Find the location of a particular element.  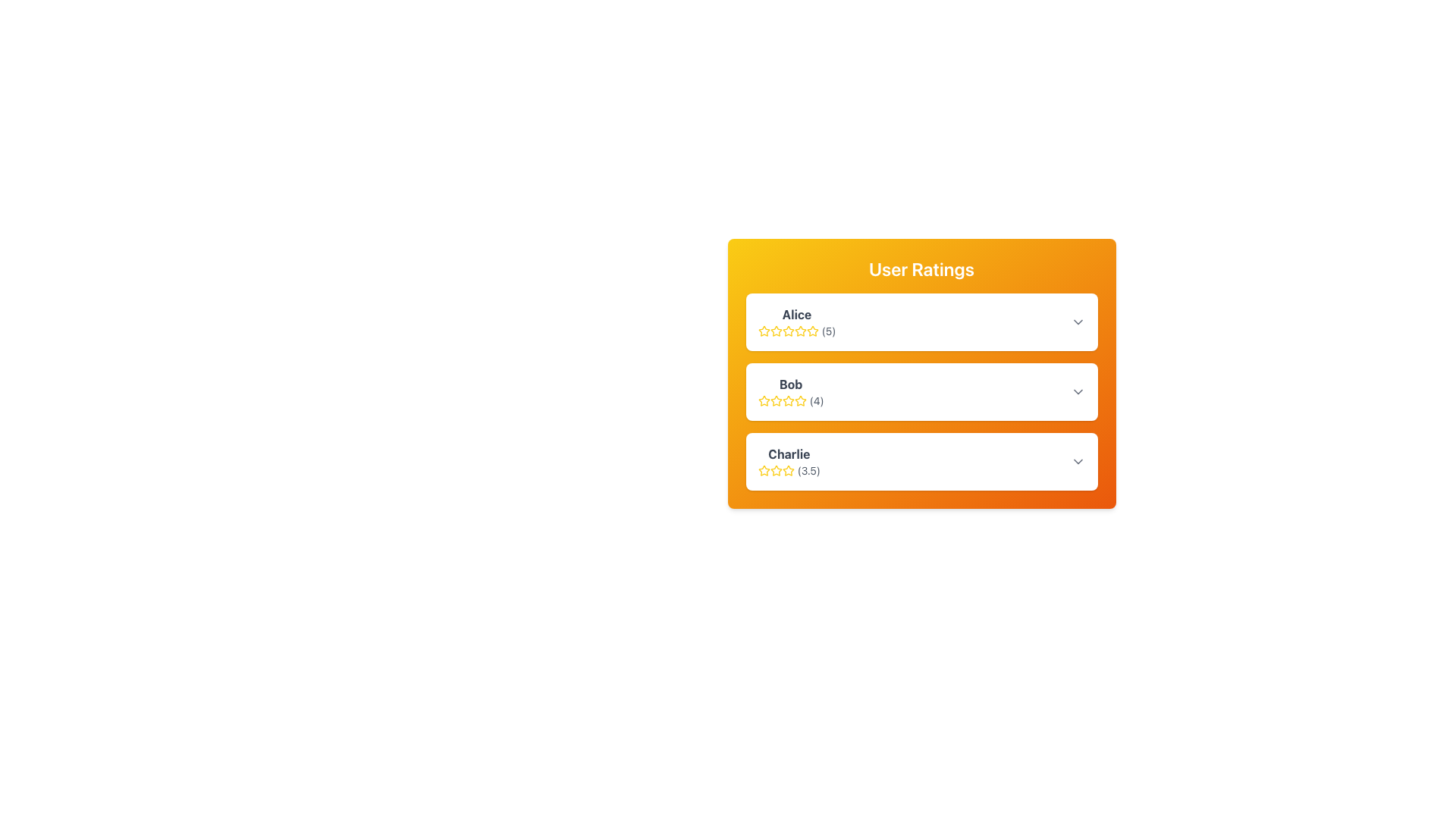

the third star is located at coordinates (787, 400).